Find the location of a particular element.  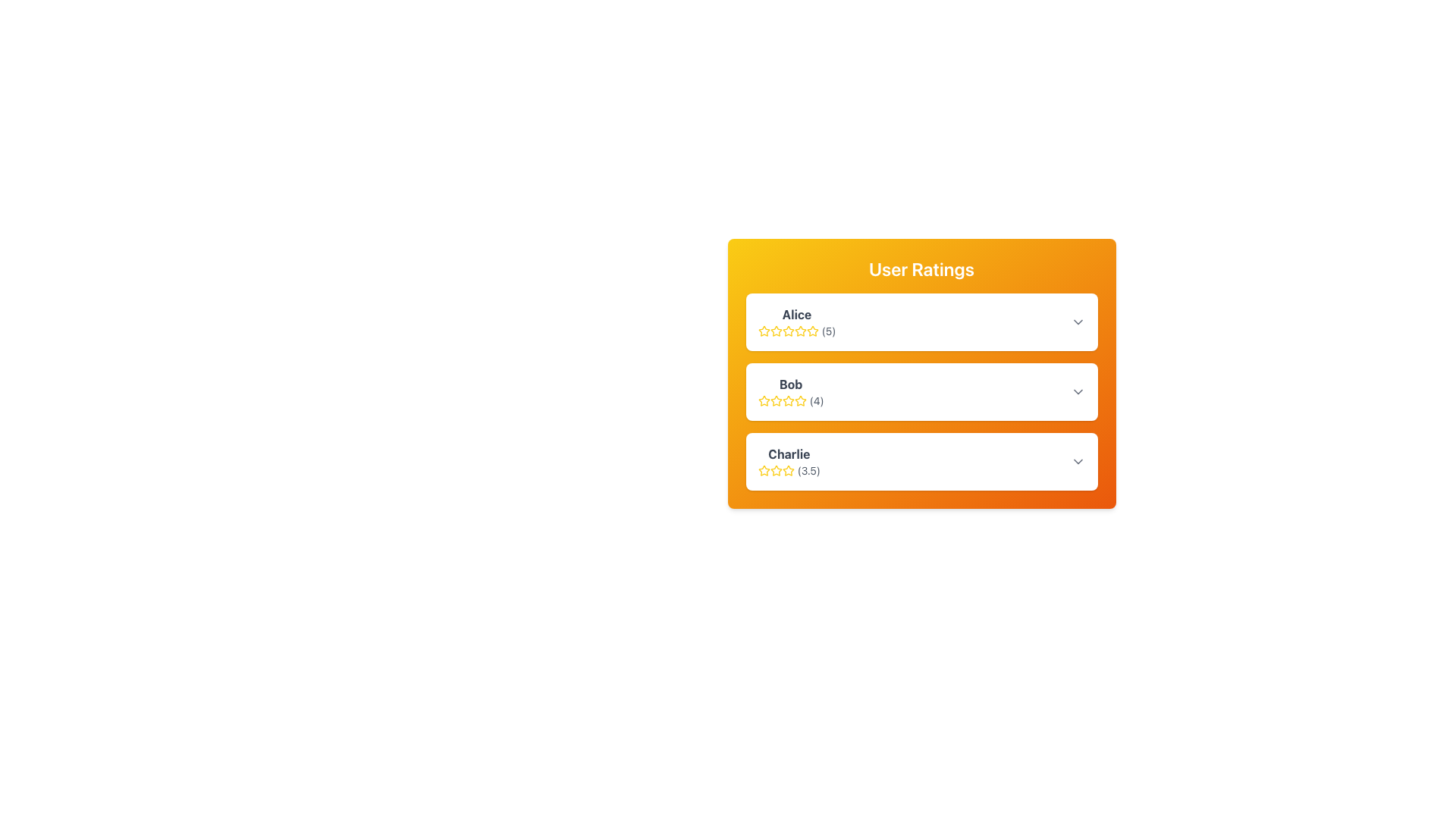

the third star is located at coordinates (787, 400).